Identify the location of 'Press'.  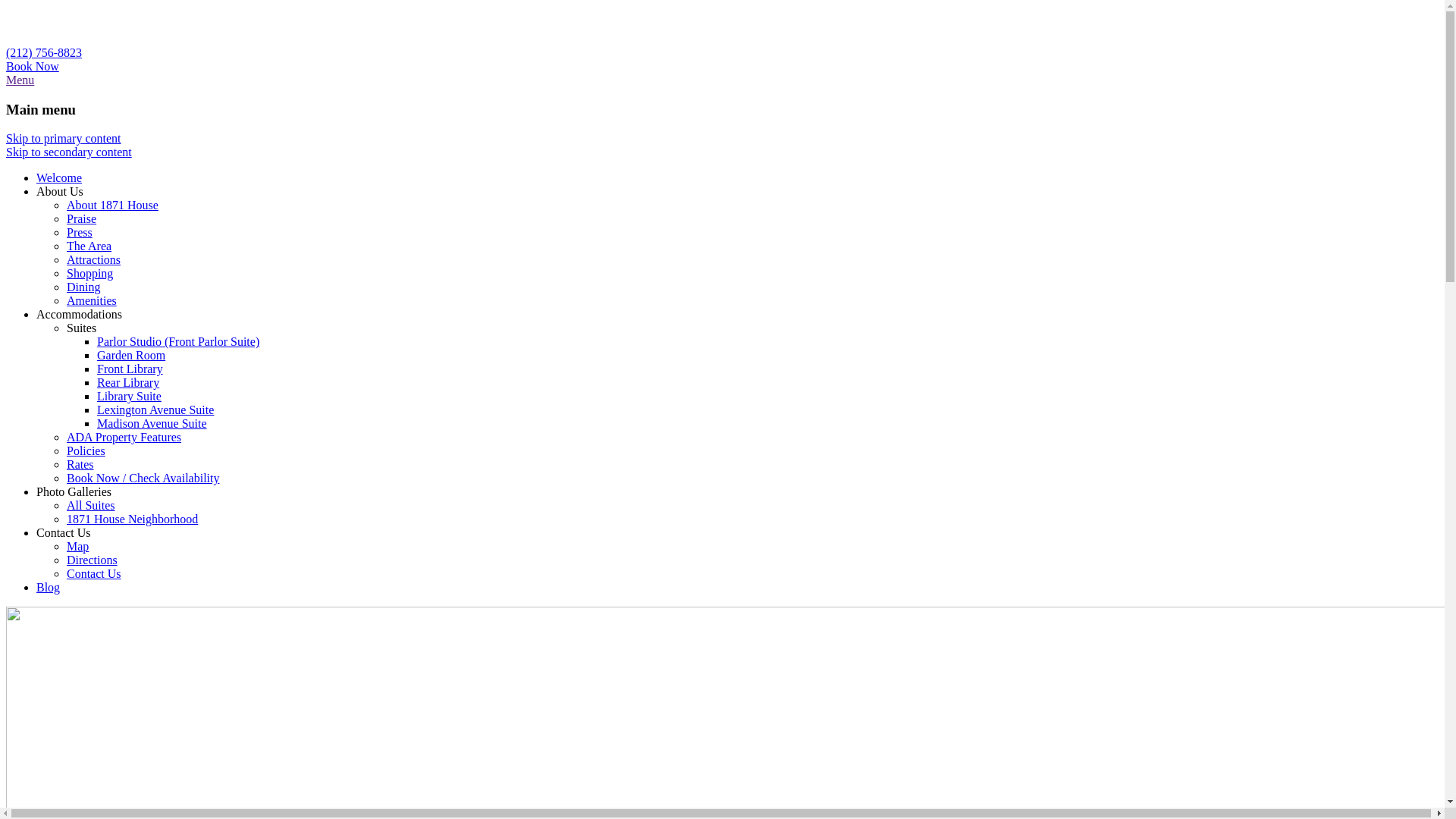
(79, 232).